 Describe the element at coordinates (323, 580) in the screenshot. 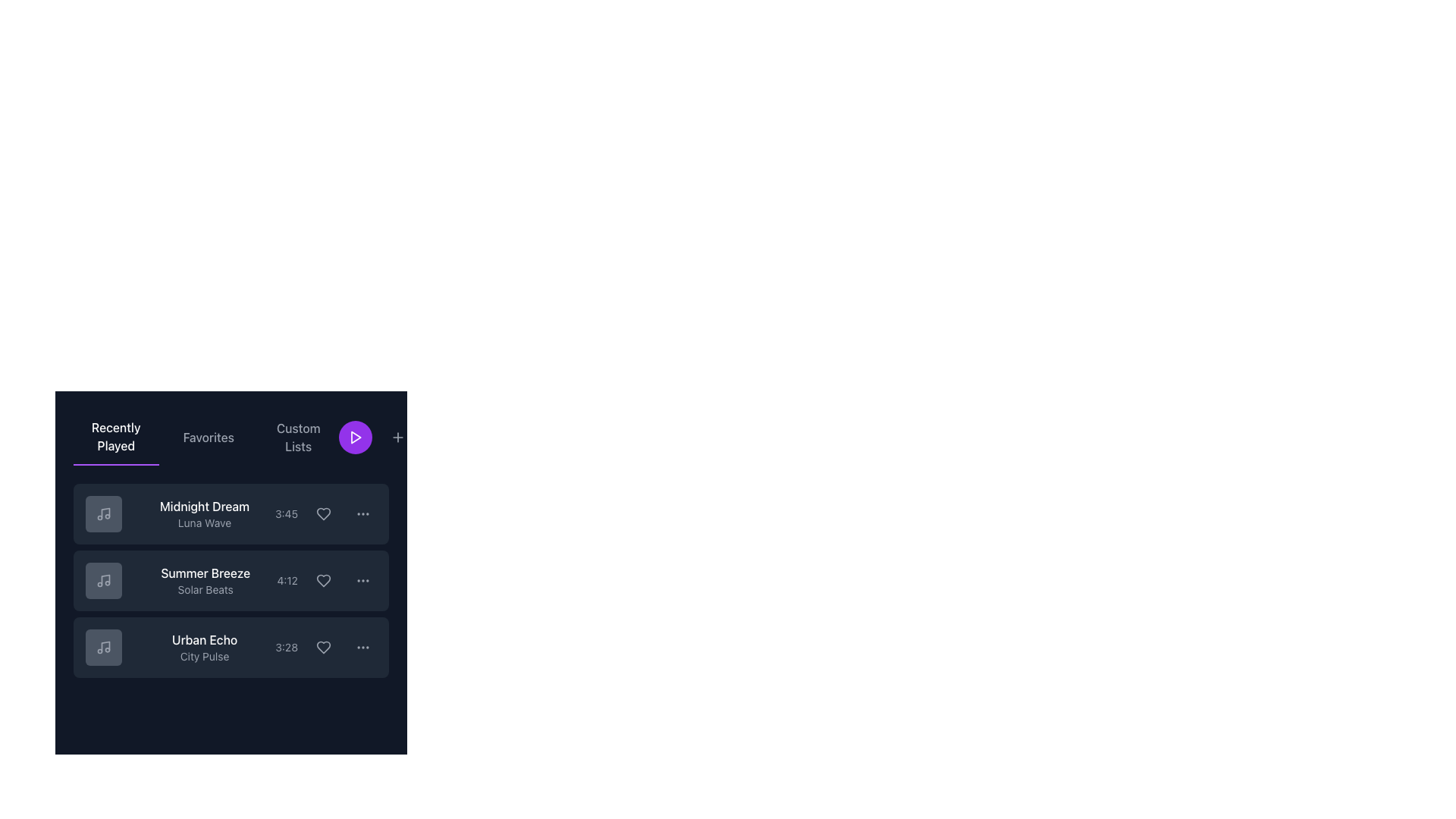

I see `the heart toggle icon for the song 'Summer Breeze' in the playlist` at that location.